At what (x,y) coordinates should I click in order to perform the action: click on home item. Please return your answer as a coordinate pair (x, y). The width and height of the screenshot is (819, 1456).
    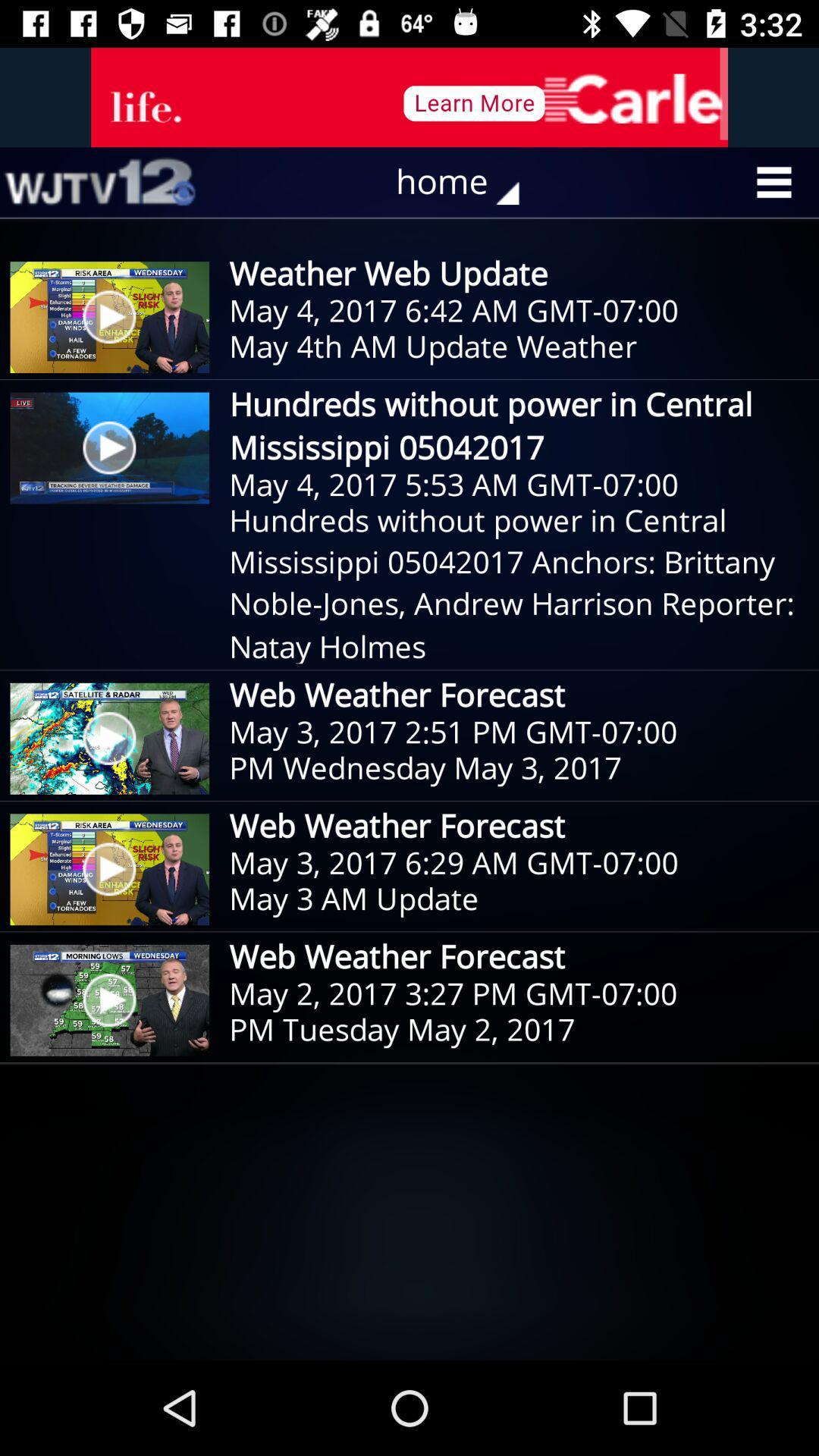
    Looking at the image, I should click on (467, 182).